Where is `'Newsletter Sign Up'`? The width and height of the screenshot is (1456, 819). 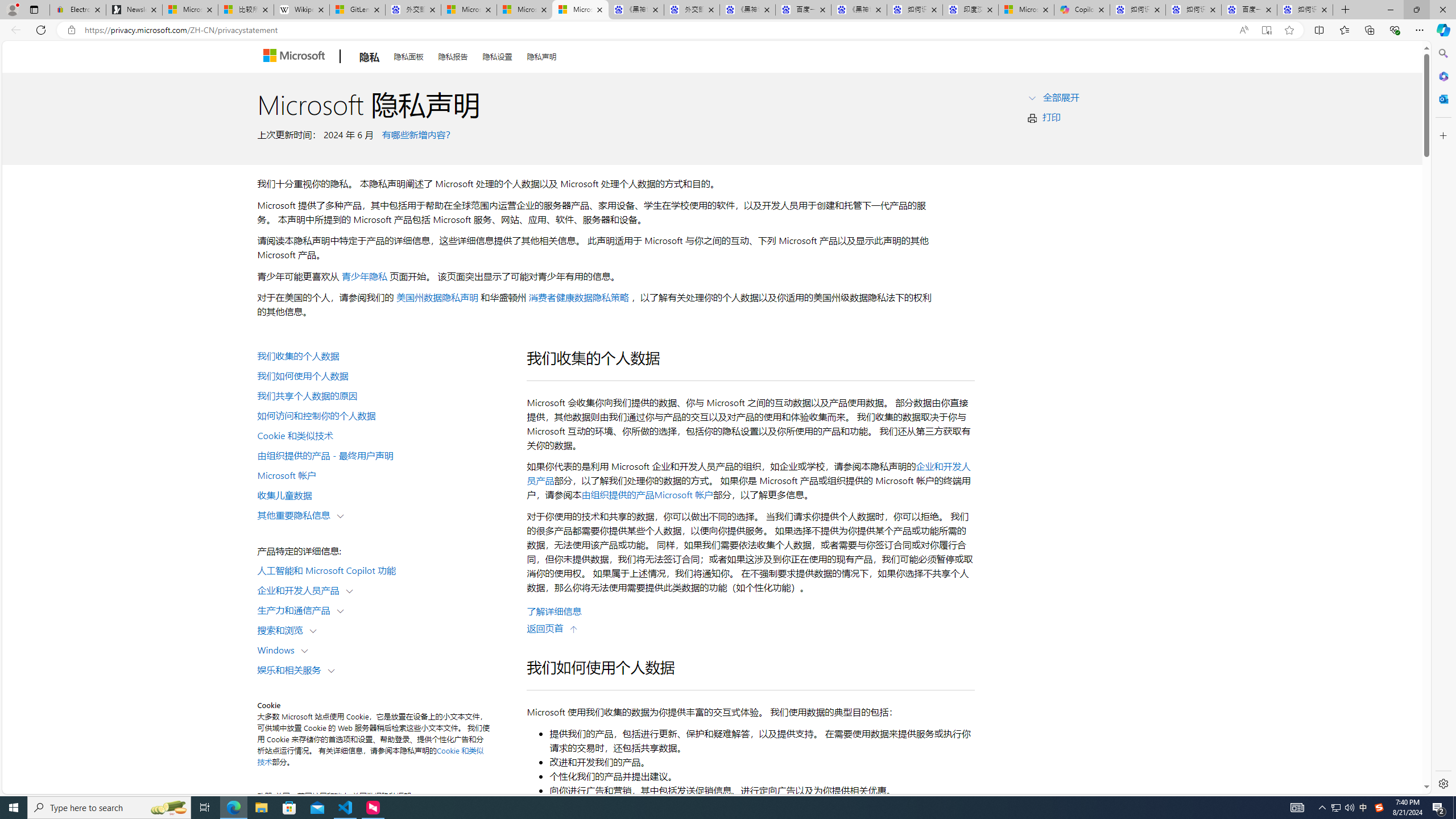 'Newsletter Sign Up' is located at coordinates (134, 9).